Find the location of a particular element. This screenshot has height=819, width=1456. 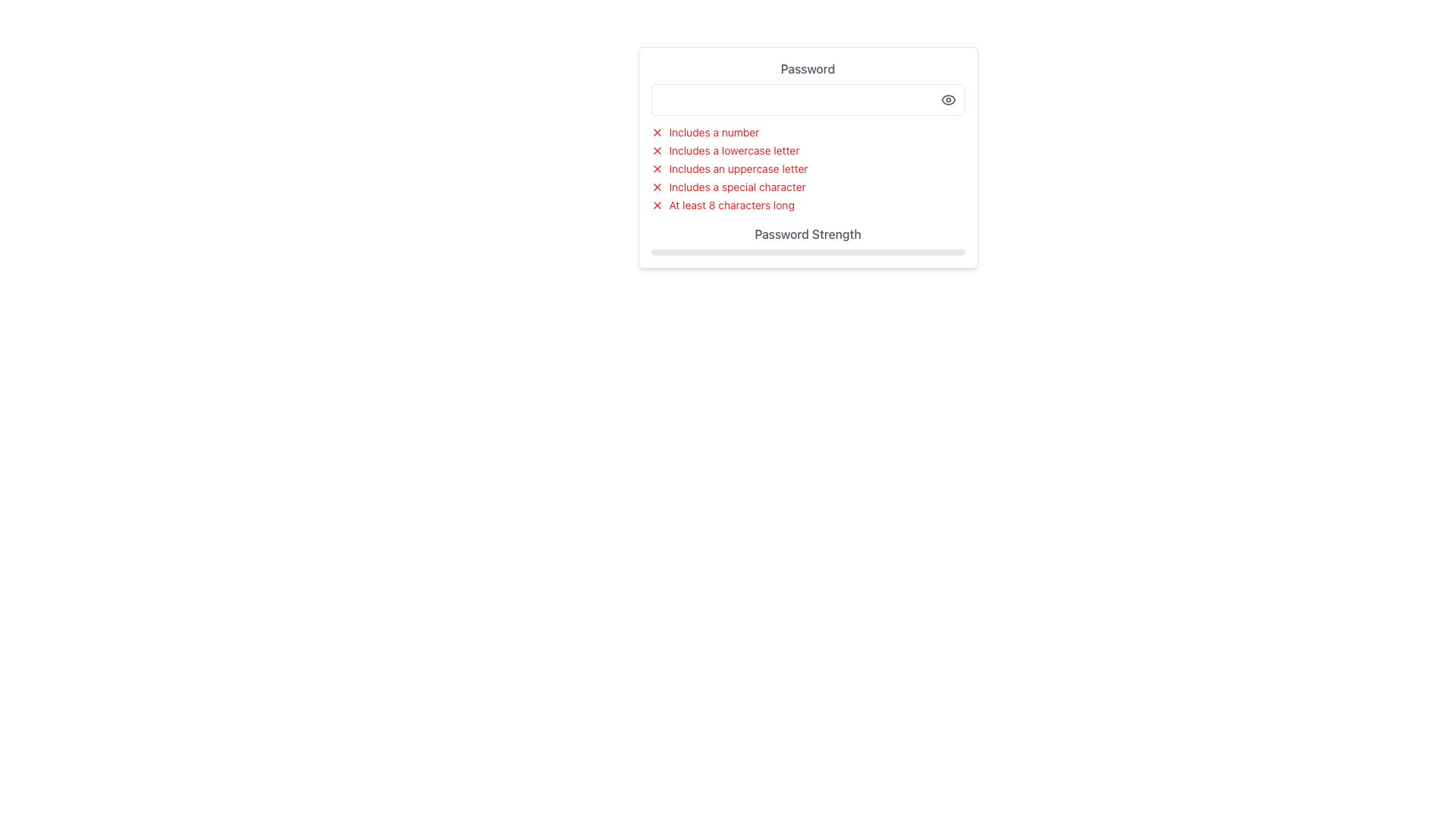

the Text and graphical feedback component that indicates password strength, located above the linear progress bar and below the list of password requirements is located at coordinates (807, 239).